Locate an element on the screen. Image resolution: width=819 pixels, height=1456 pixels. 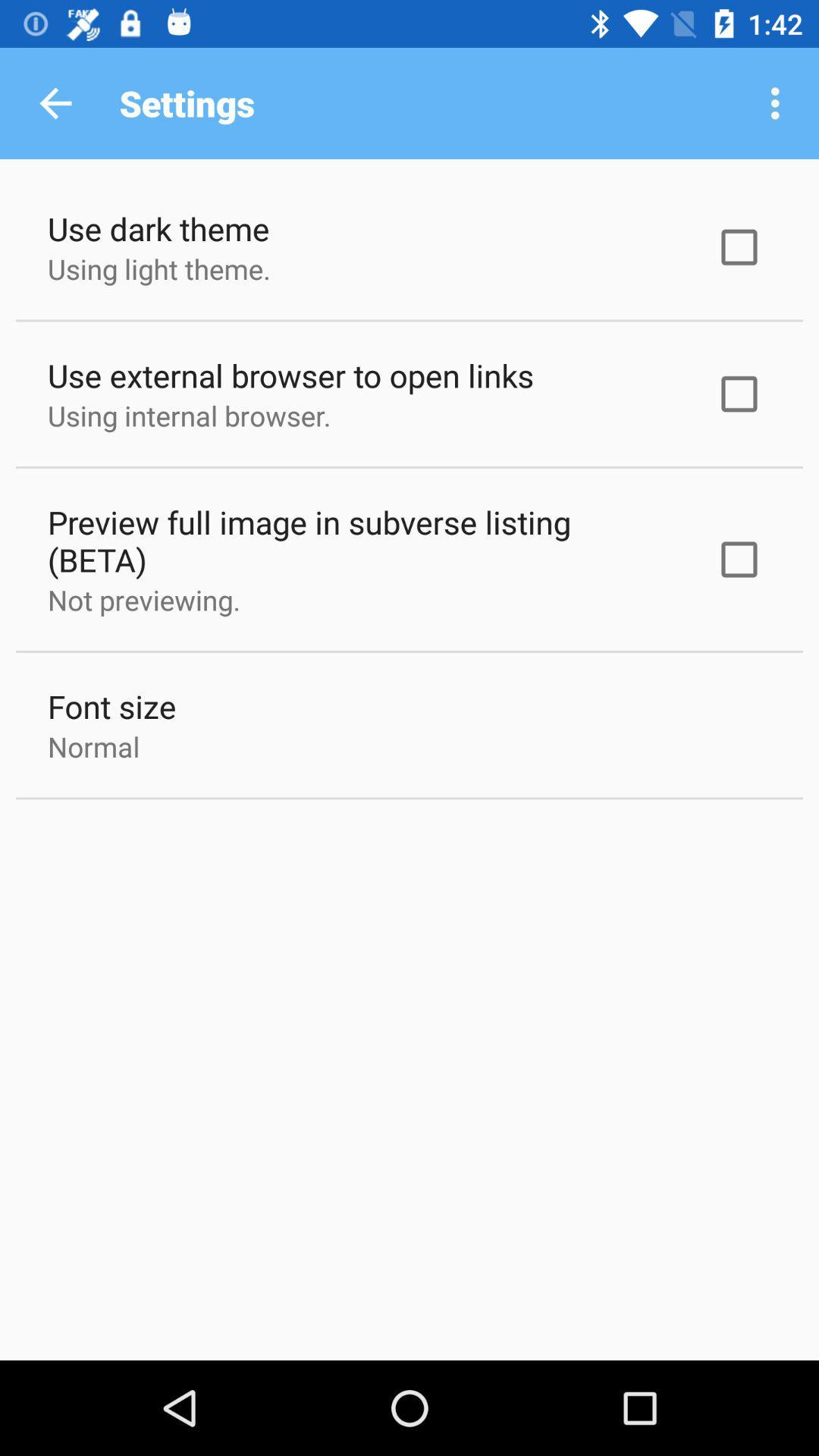
the use dark theme item is located at coordinates (158, 227).